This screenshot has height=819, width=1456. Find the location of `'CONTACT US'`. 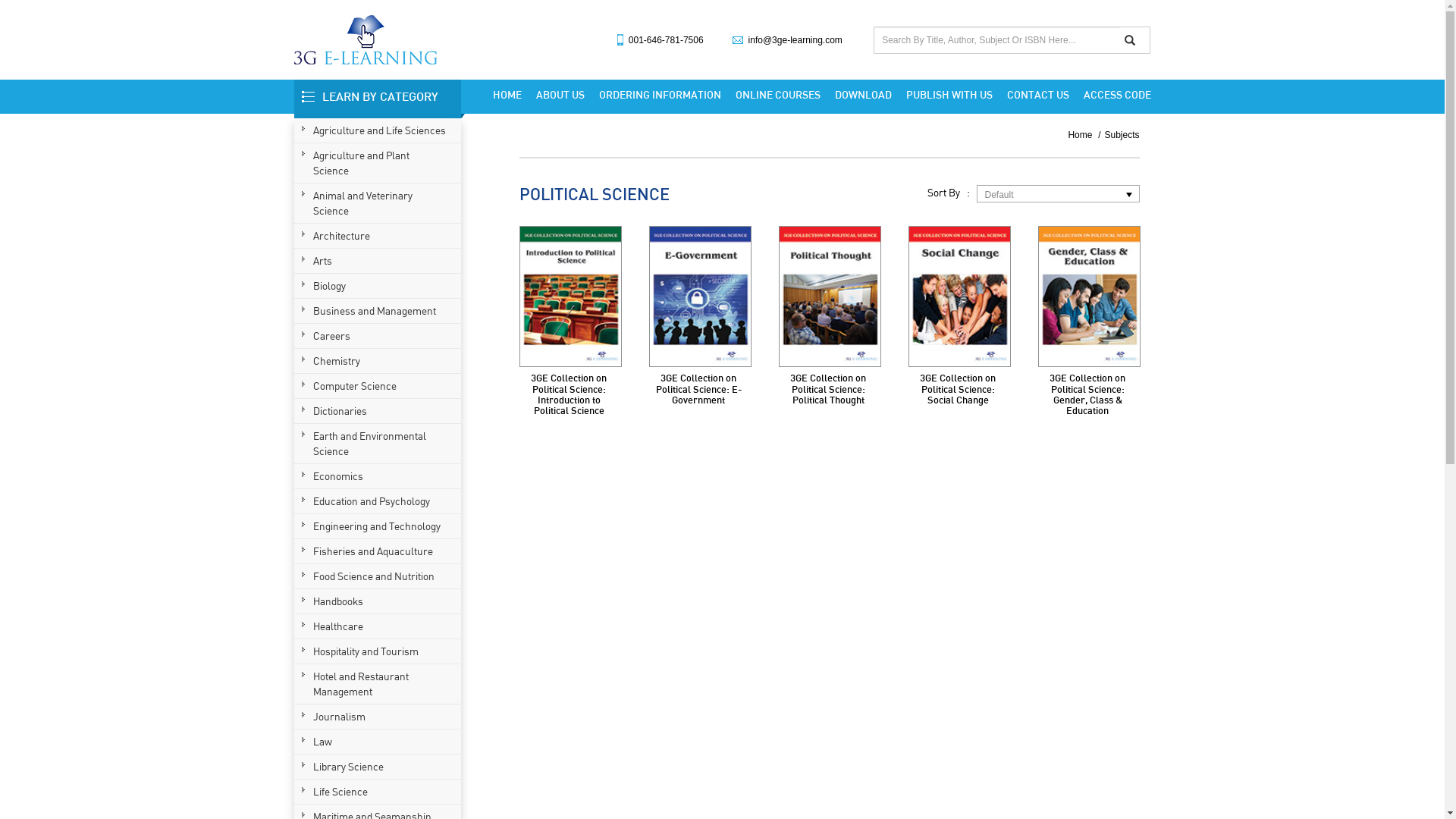

'CONTACT US' is located at coordinates (1037, 94).